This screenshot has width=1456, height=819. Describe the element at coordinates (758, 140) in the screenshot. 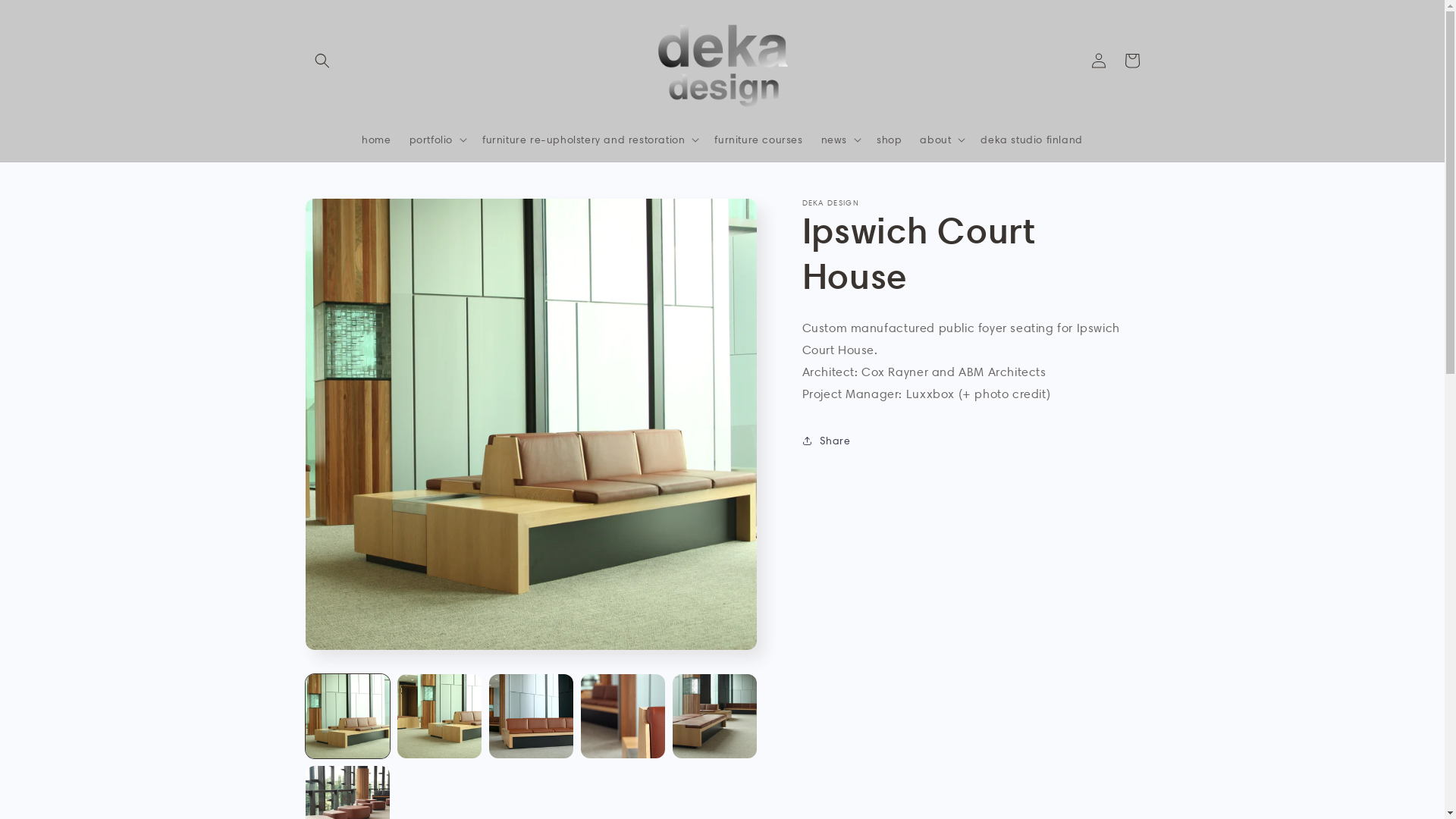

I see `'furniture courses'` at that location.